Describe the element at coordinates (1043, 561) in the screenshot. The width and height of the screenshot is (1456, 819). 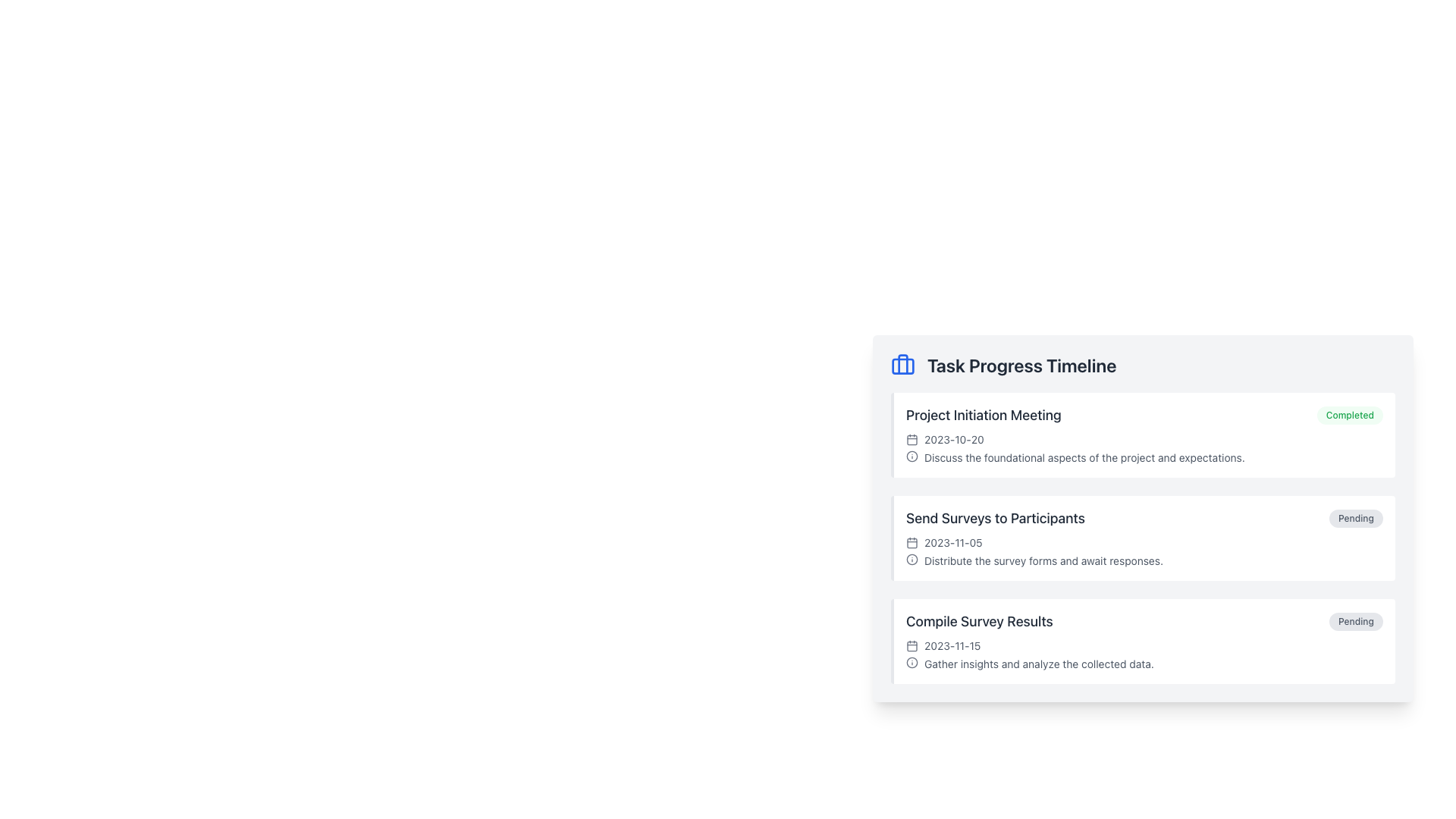
I see `descriptive text label located in the second item of the 'Task Progress Timeline' section, below the 'Send Surveys to Participants' header, which provides detailed information about the task` at that location.